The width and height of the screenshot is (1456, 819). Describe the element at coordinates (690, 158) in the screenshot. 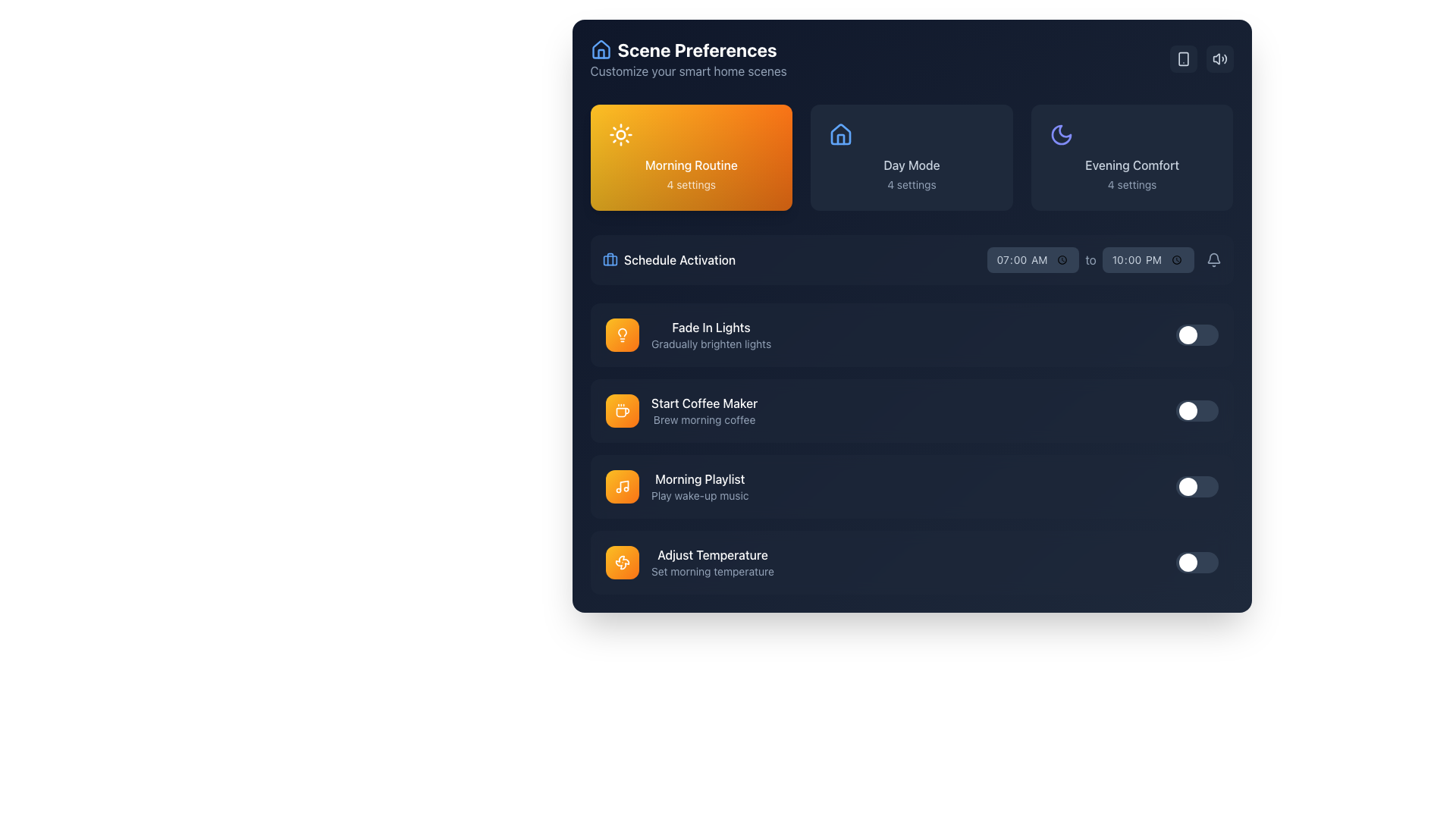

I see `the text block labeled 'Morning Routine' with the additional details about its settings, which is styled with white text on an orange gradient background` at that location.